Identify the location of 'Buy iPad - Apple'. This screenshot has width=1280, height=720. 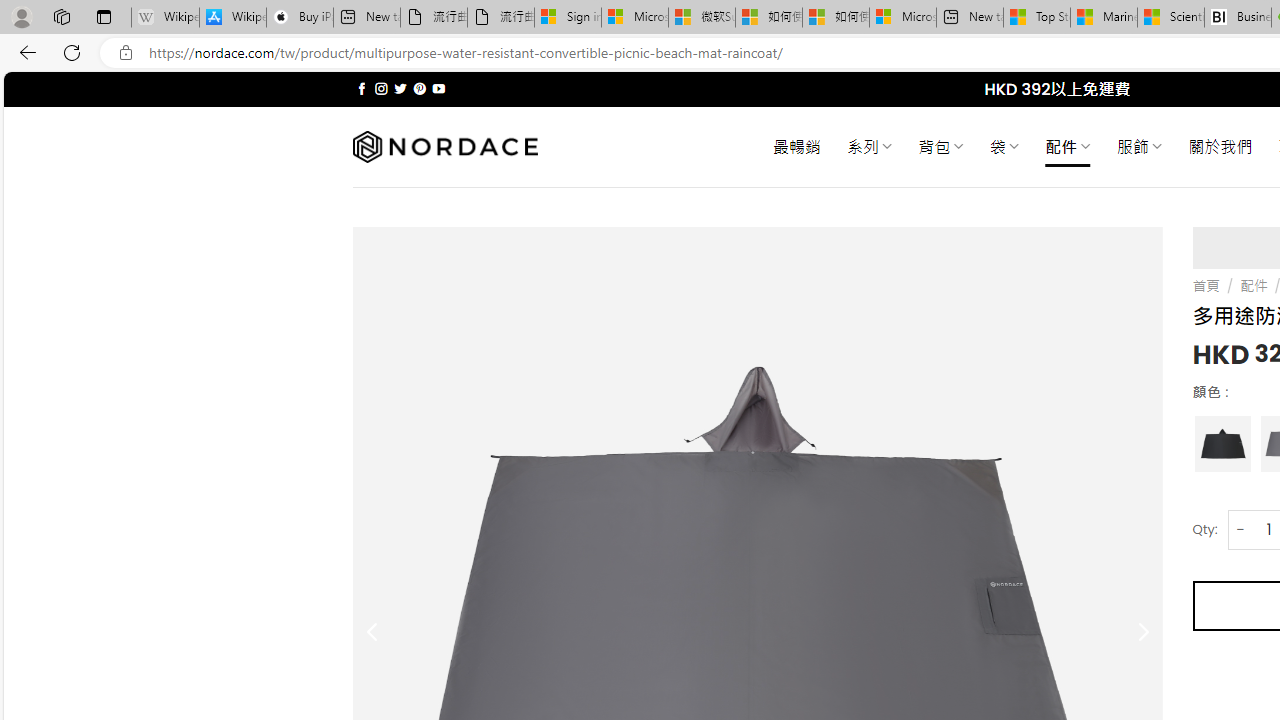
(299, 17).